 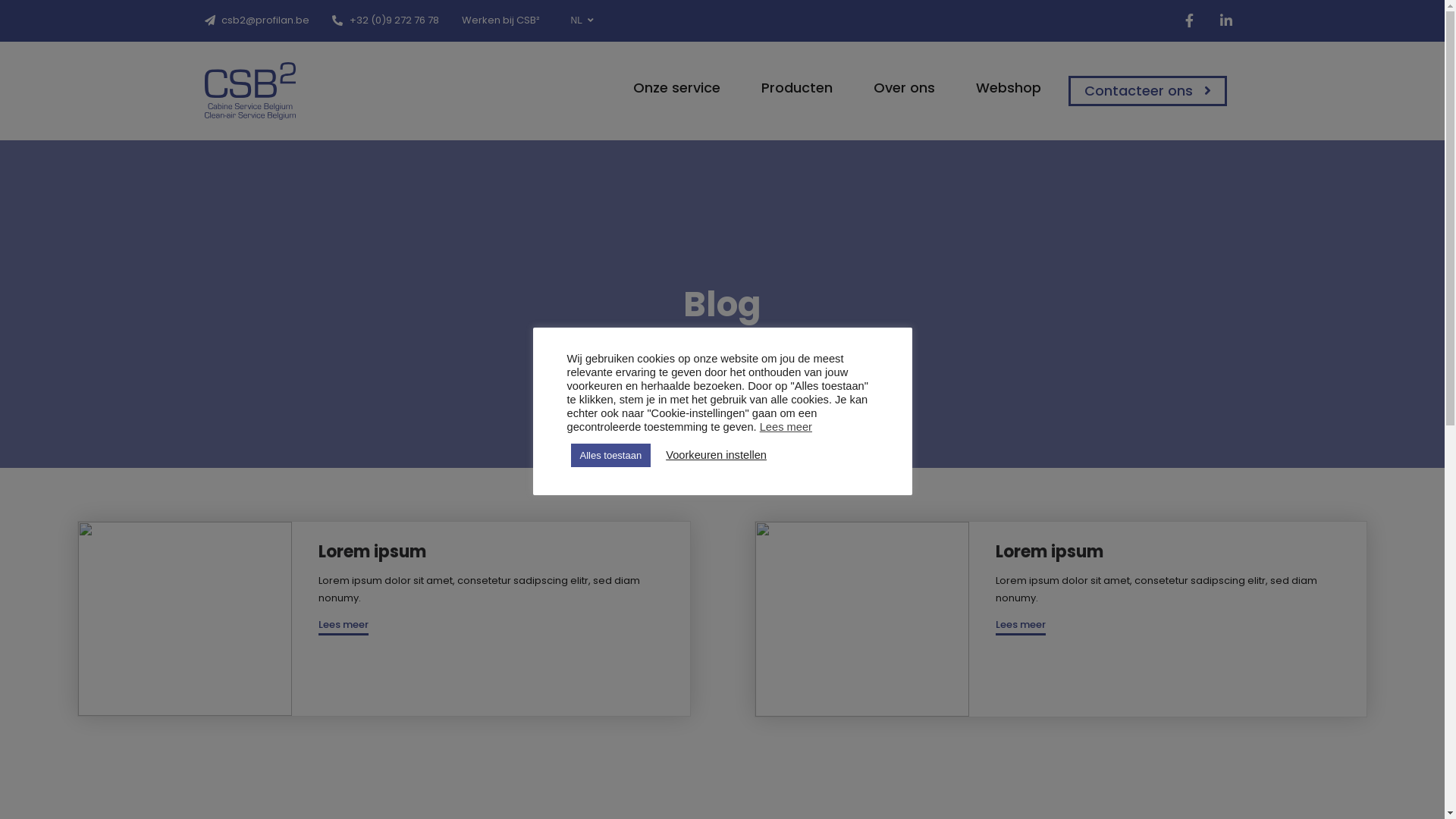 I want to click on 'Onze service', so click(x=669, y=87).